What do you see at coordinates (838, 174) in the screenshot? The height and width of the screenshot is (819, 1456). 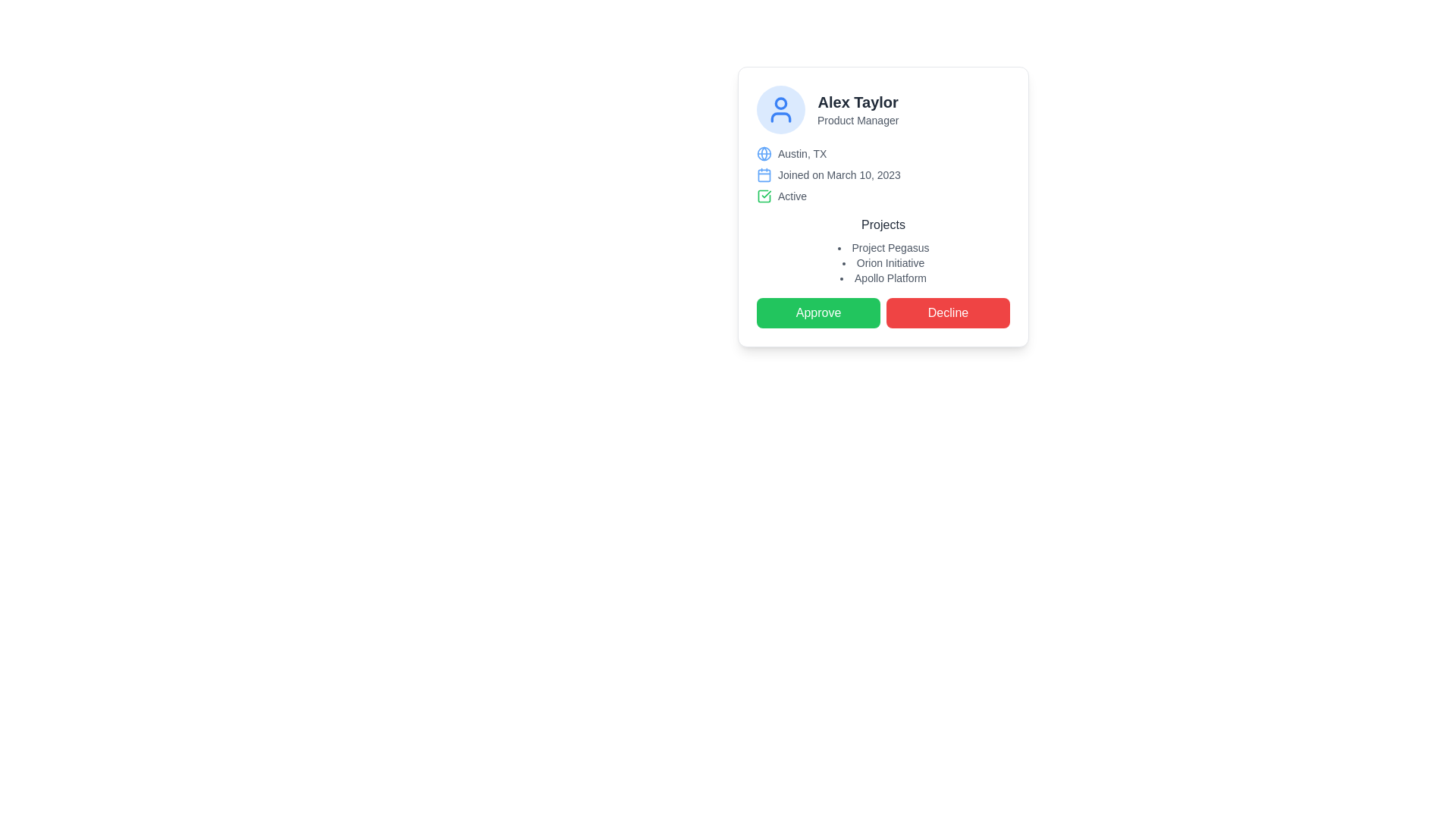 I see `the date label in the user profile card, which is positioned to the right of a calendar icon and below a location description` at bounding box center [838, 174].